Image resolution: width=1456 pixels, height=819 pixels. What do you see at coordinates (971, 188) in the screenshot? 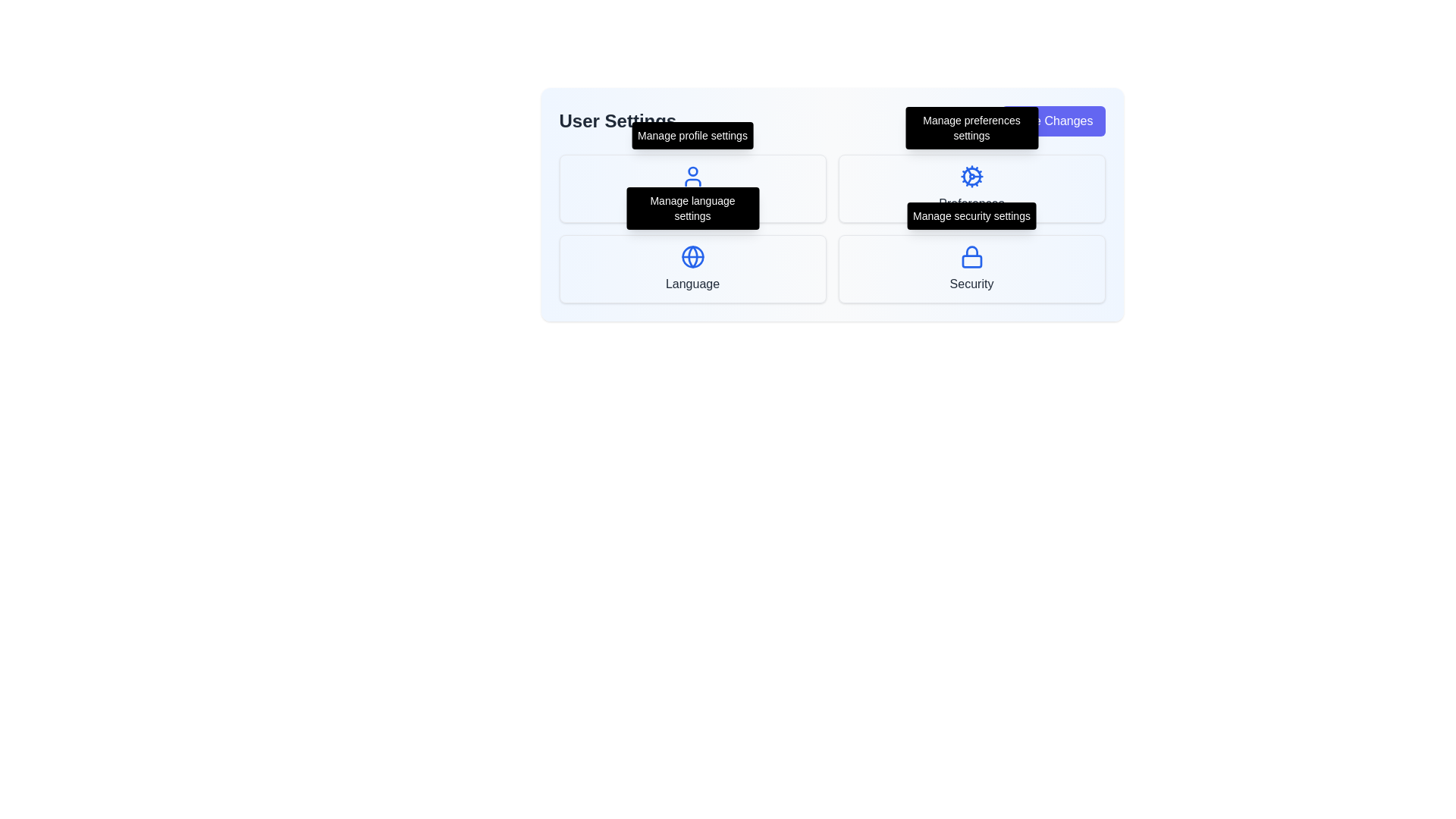
I see `the interactive preferences card, which is the second card in a grid layout, featuring a blue gear icon and the text 'Preferences' in bold below it` at bounding box center [971, 188].